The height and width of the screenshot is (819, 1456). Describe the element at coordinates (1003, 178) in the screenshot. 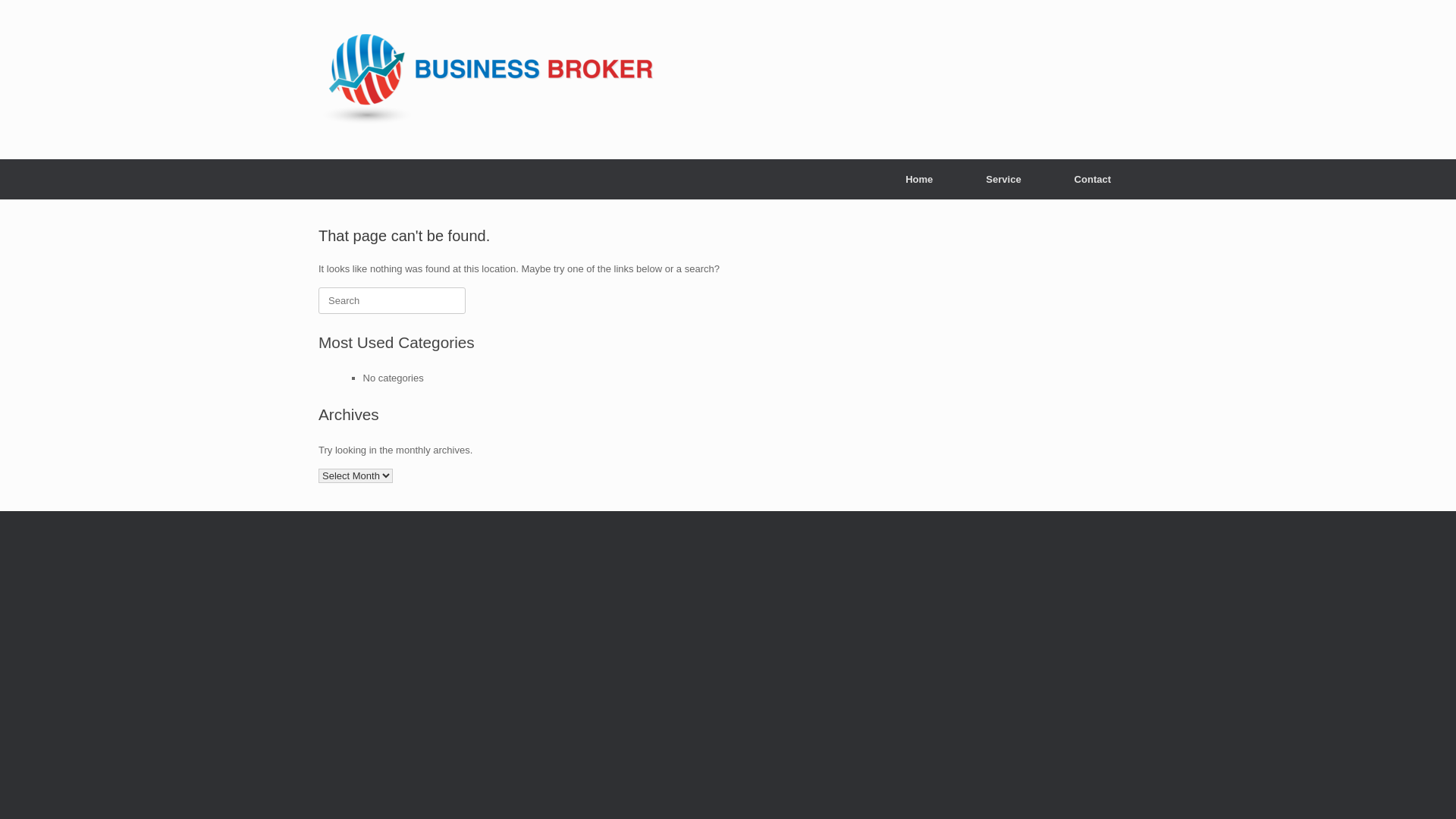

I see `'Service'` at that location.